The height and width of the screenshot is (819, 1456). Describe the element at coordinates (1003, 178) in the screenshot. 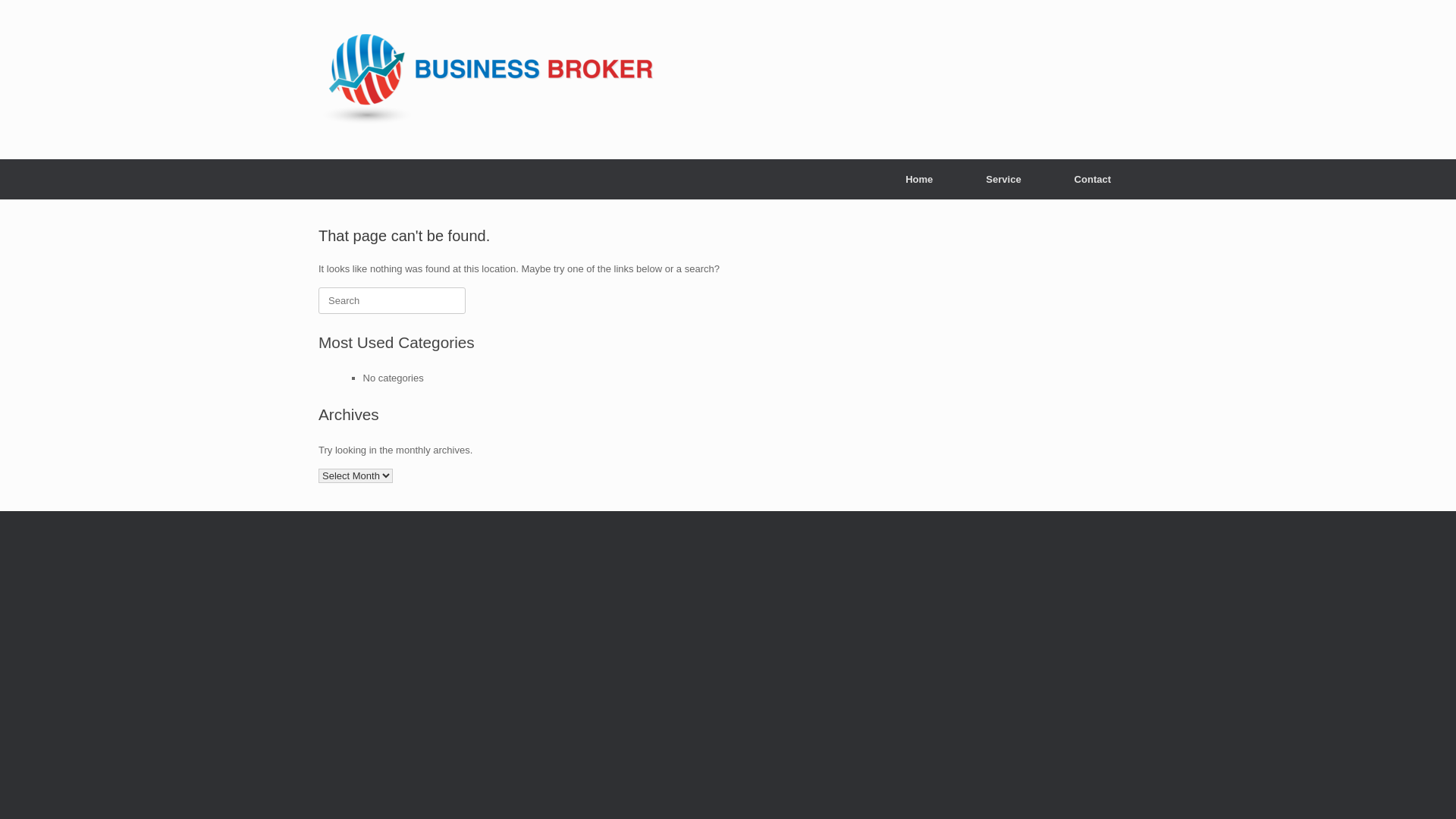

I see `'Service'` at that location.